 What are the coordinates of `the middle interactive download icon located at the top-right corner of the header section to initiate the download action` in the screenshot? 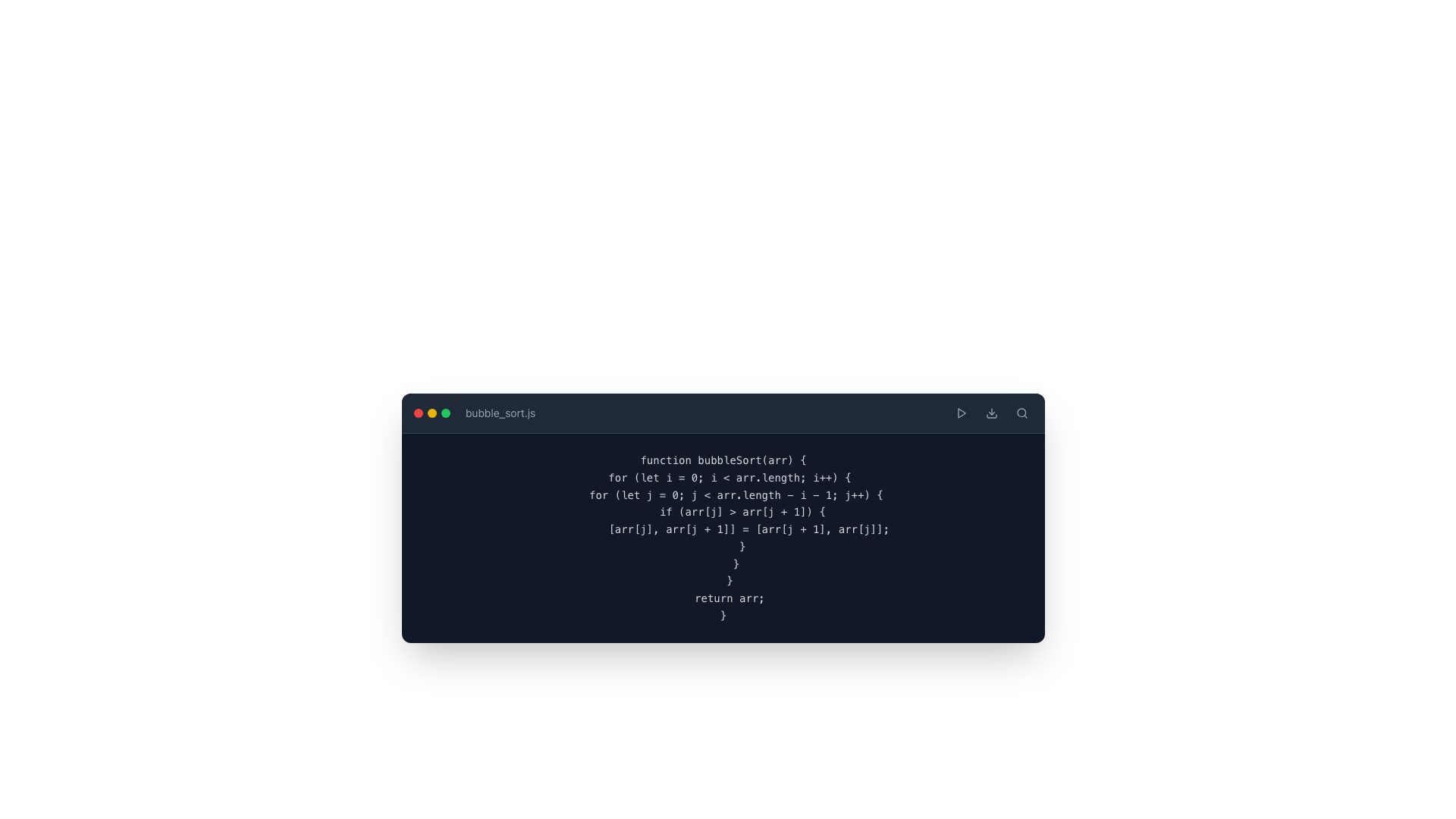 It's located at (992, 413).